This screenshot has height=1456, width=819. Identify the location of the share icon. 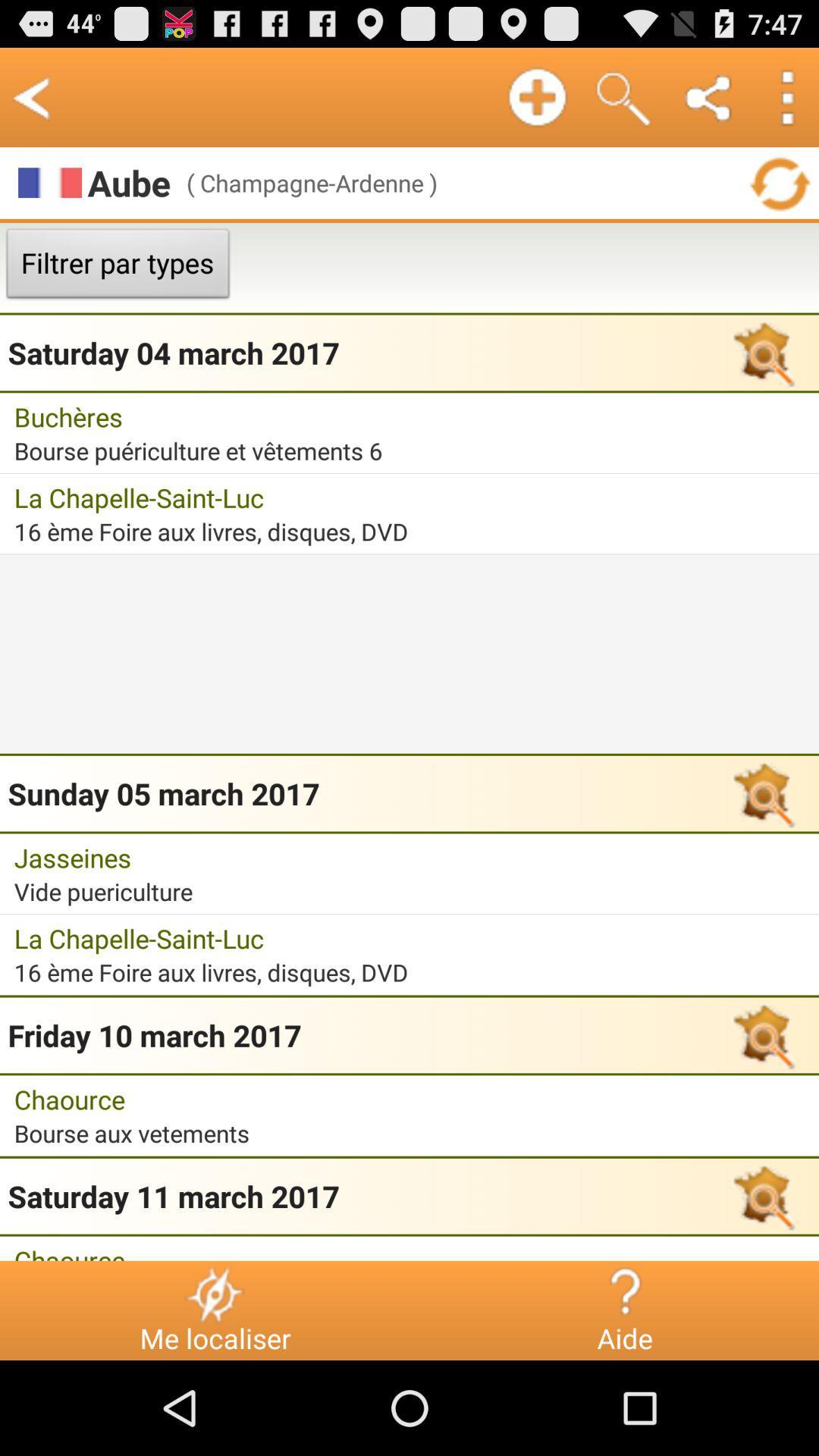
(709, 103).